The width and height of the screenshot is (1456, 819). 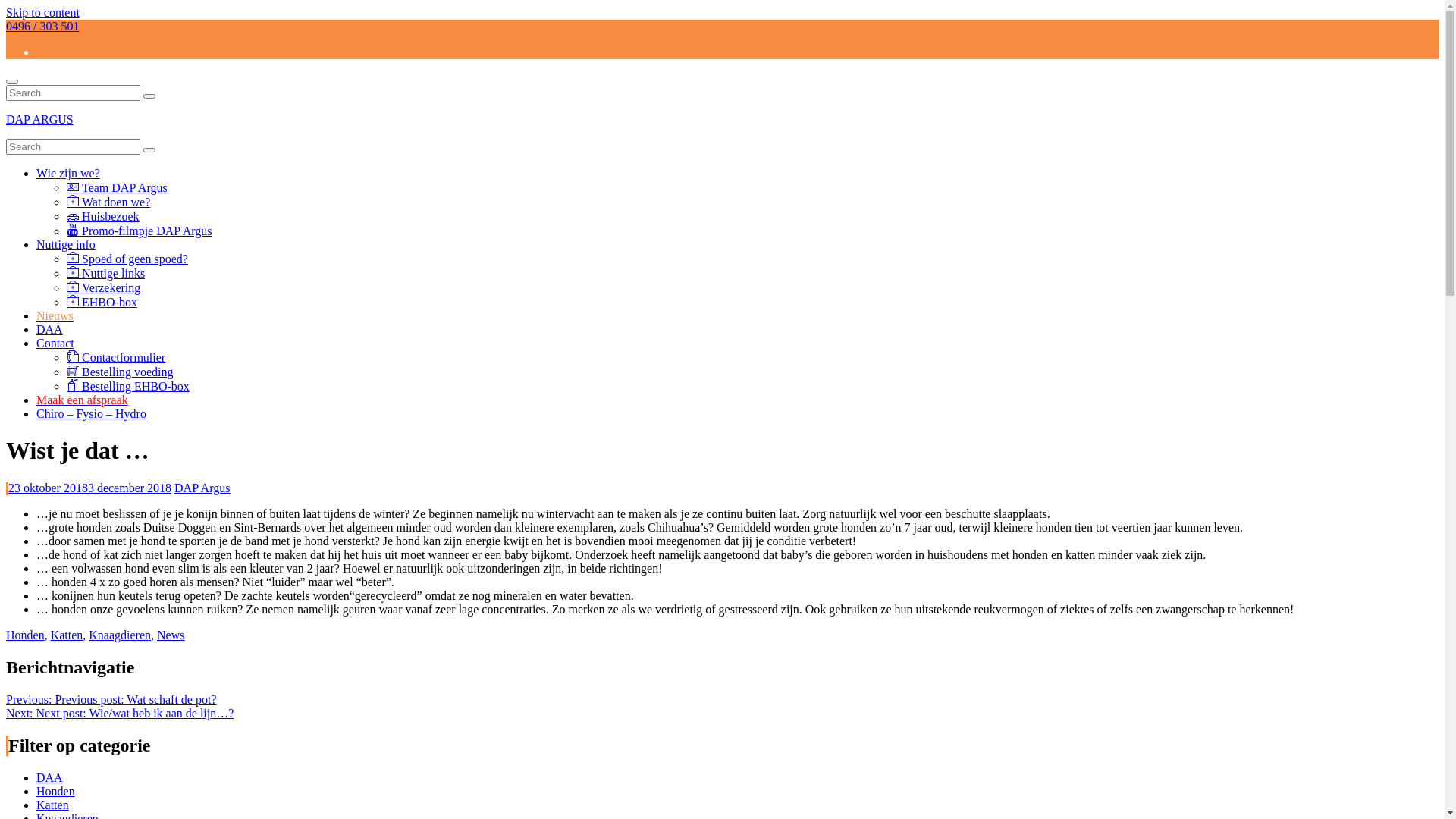 I want to click on 'Previous: Previous post: Wat schaft de pot?', so click(x=111, y=699).